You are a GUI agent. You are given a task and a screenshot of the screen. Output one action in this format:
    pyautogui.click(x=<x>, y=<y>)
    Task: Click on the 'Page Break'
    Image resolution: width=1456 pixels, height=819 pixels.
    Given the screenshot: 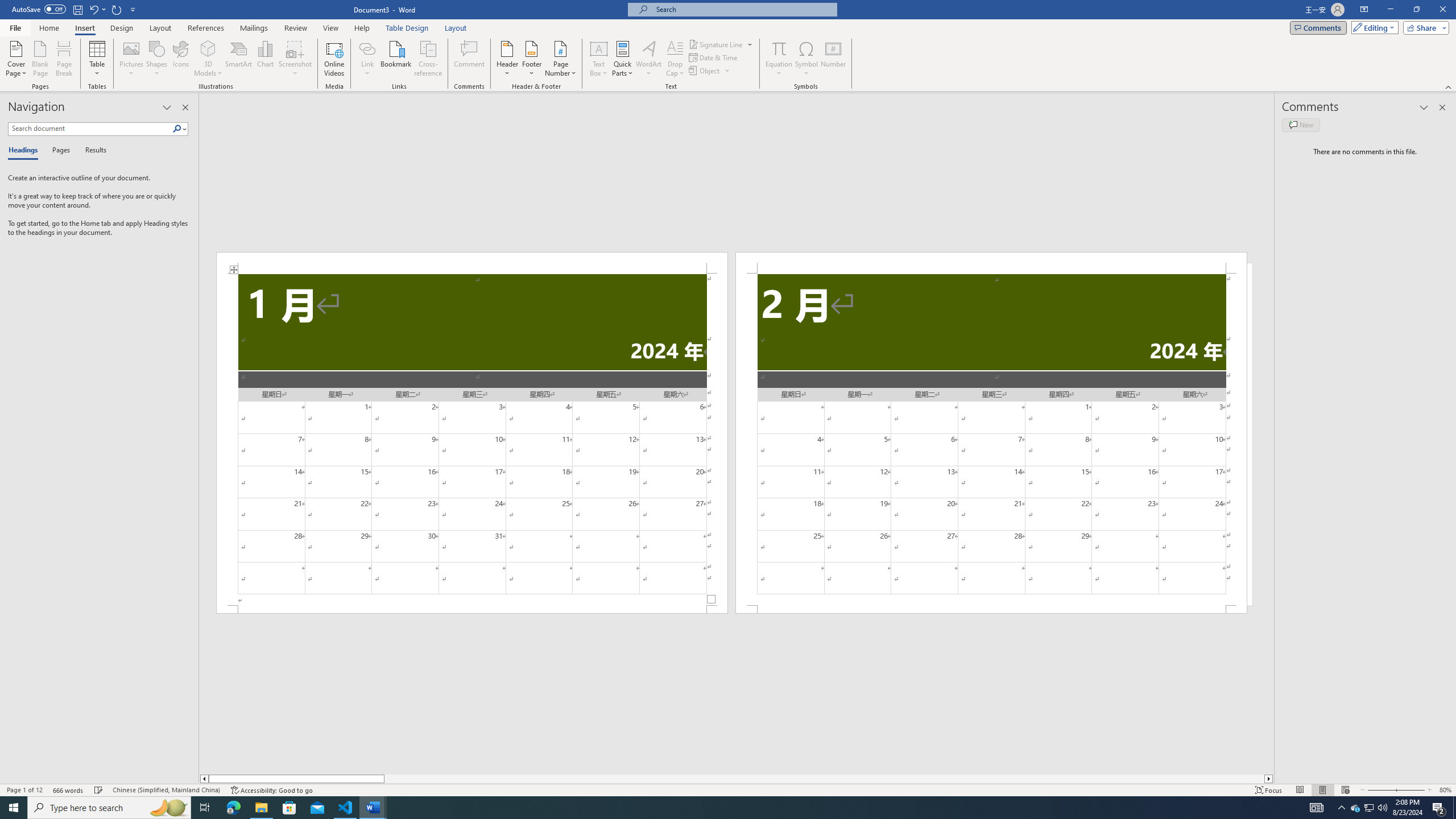 What is the action you would take?
    pyautogui.click(x=63, y=59)
    